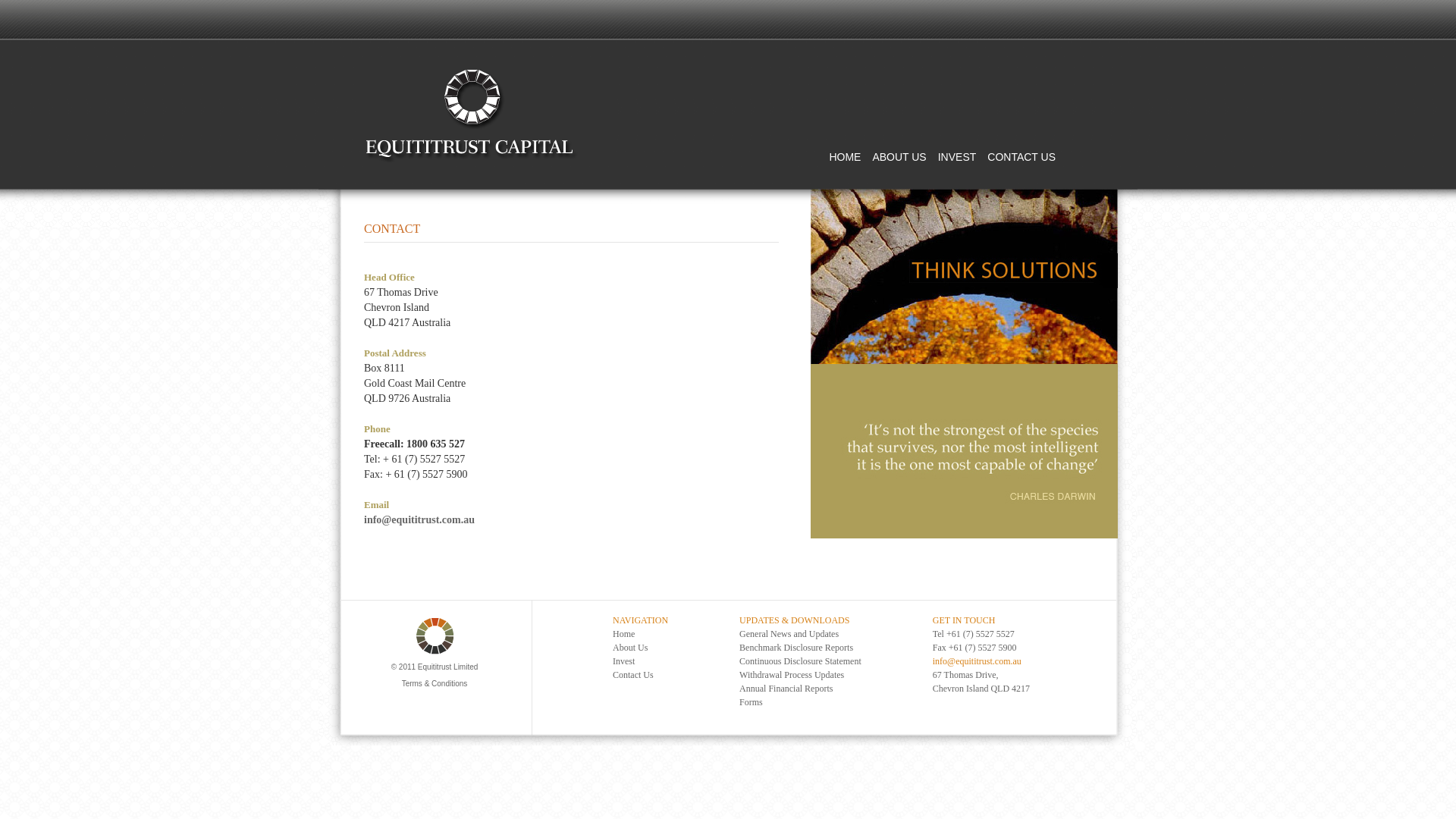  Describe the element at coordinates (739, 660) in the screenshot. I see `'Continuous Disclosure Statement'` at that location.